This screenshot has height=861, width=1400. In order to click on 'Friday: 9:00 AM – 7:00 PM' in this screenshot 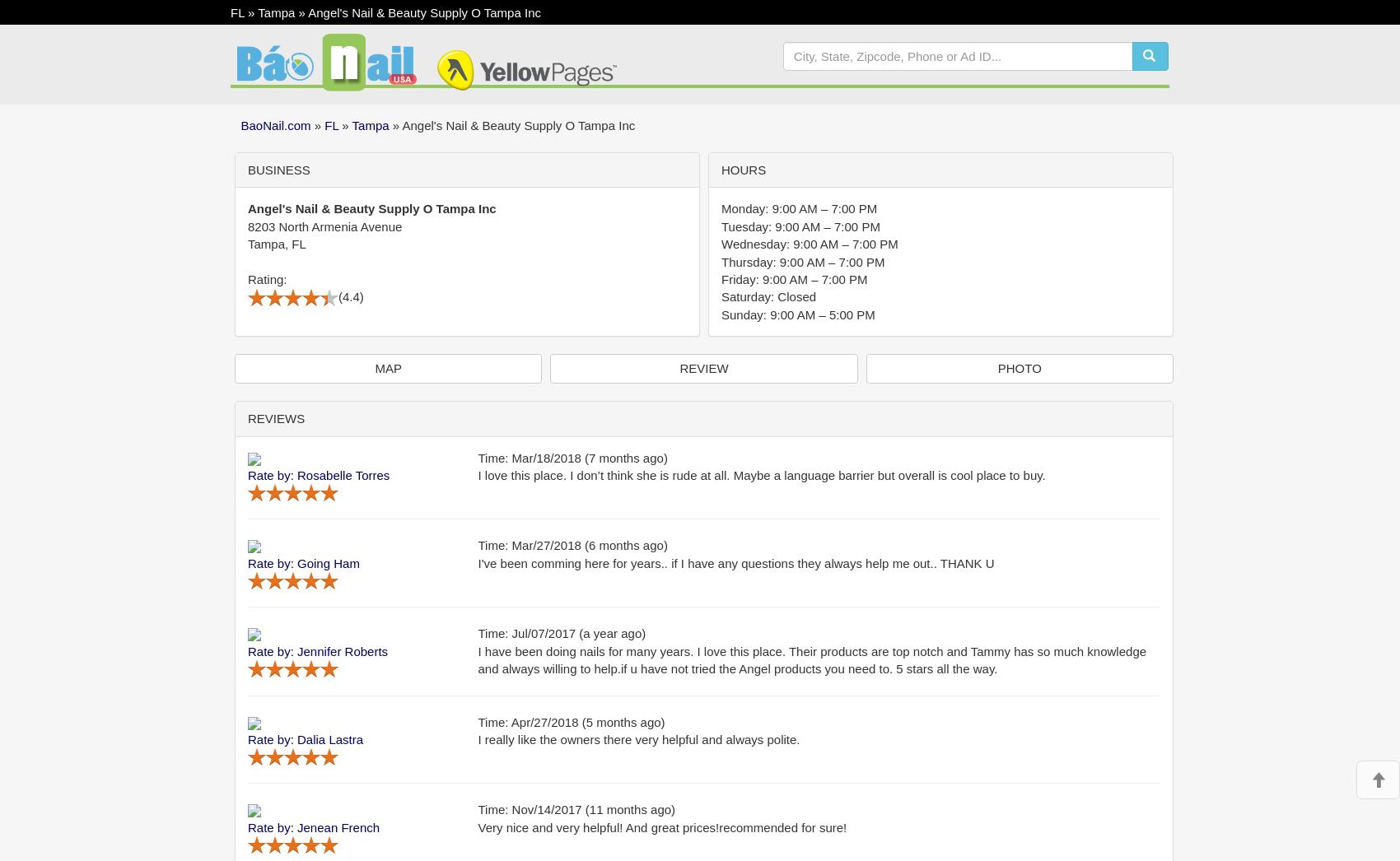, I will do `click(721, 278)`.